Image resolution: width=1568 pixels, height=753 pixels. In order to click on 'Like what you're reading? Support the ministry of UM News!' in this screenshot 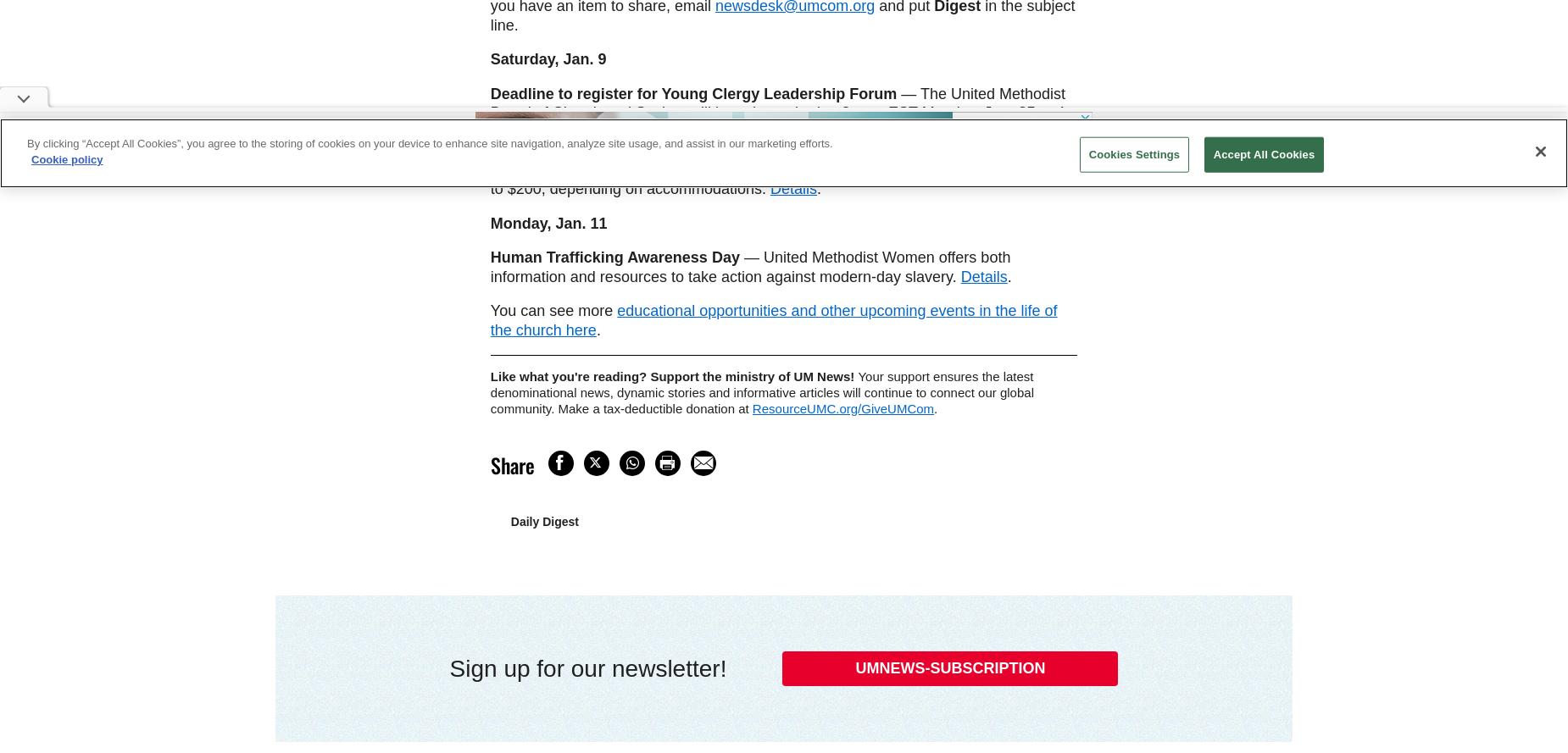, I will do `click(489, 376)`.